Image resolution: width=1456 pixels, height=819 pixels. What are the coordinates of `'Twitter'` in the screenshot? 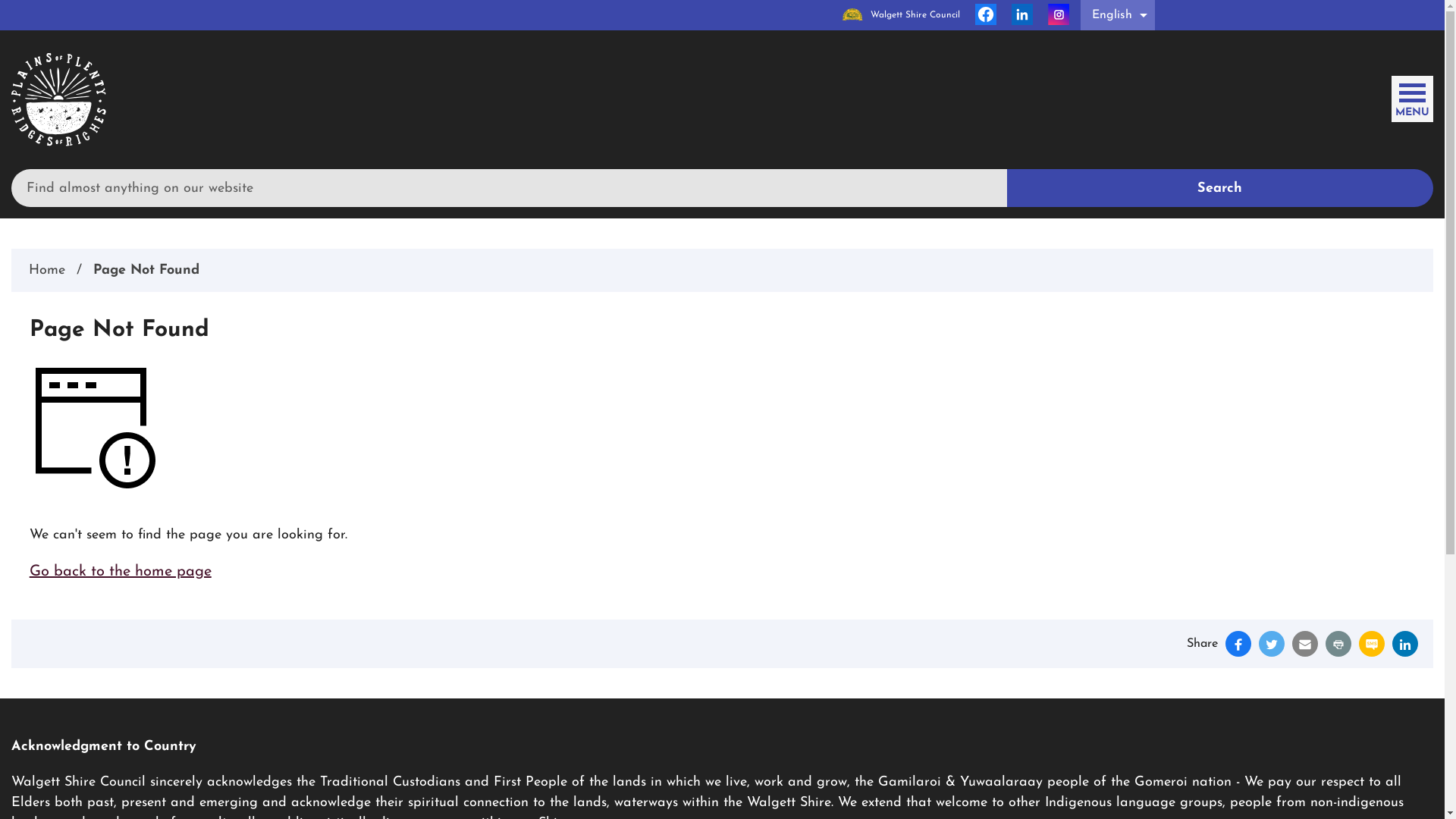 It's located at (1271, 643).